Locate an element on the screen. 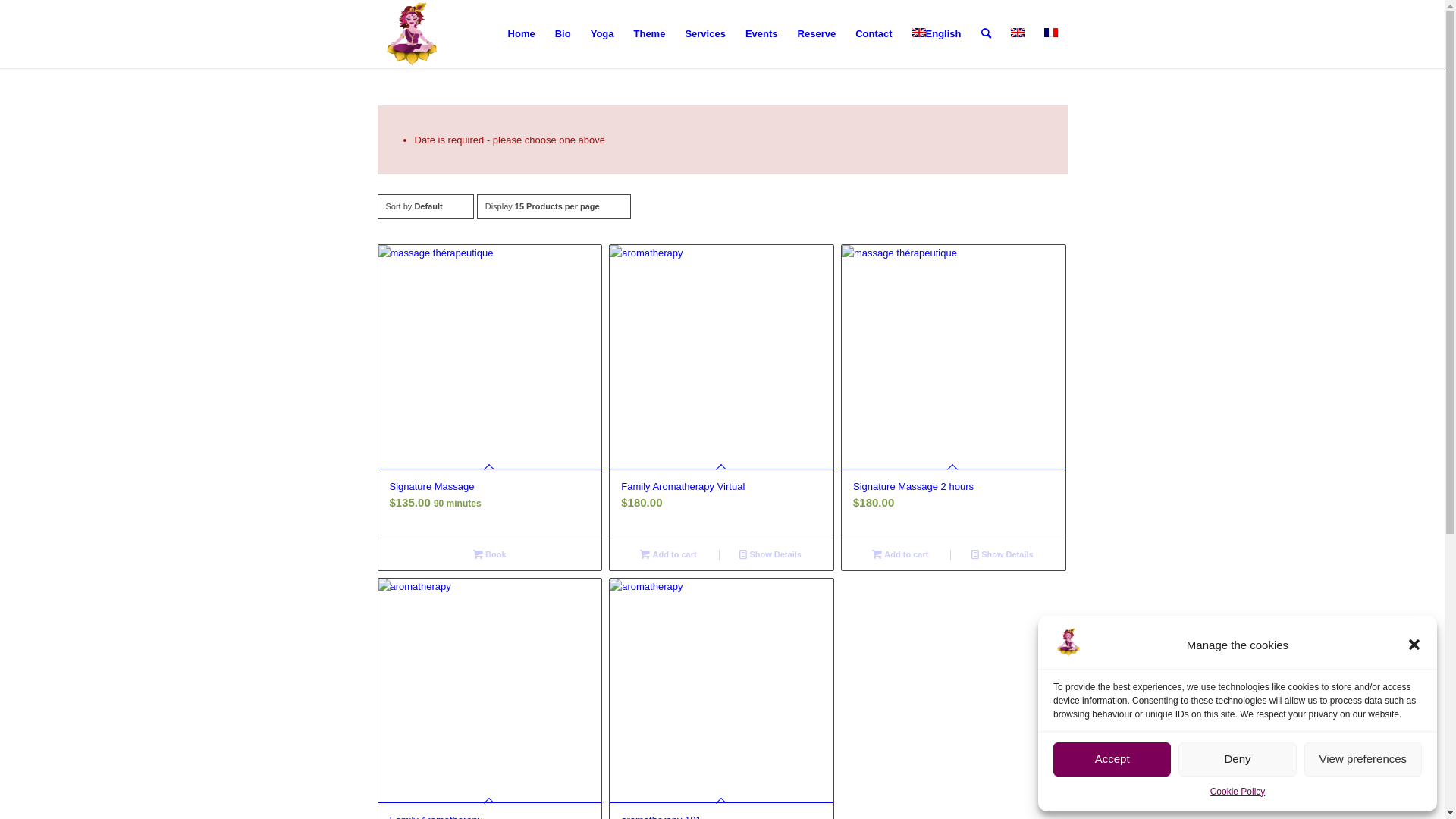 Image resolution: width=1456 pixels, height=819 pixels. 'View preferences' is located at coordinates (1363, 759).